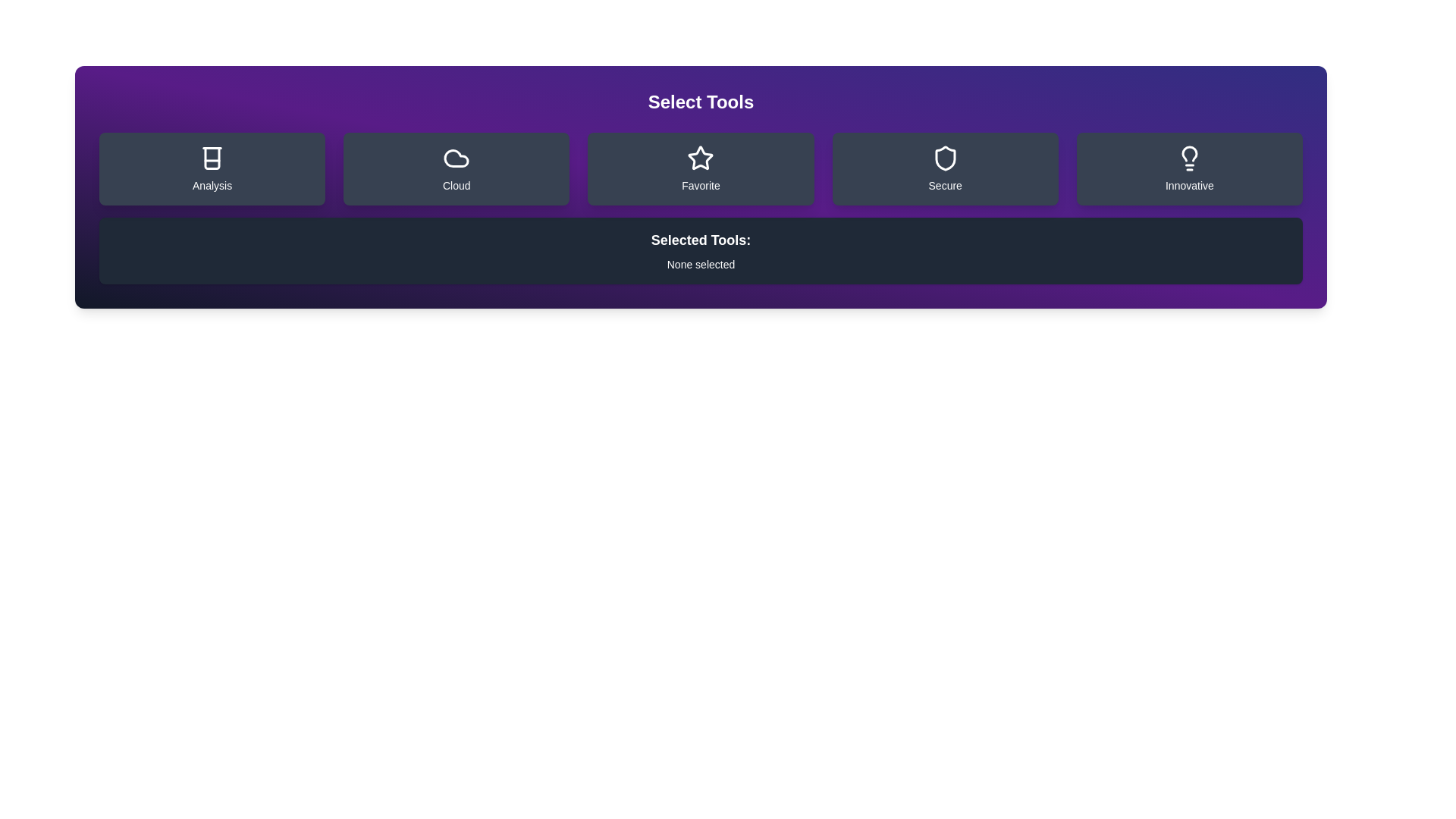 The width and height of the screenshot is (1456, 819). What do you see at coordinates (1188, 169) in the screenshot?
I see `the 'Innovative' button, which is the last button in the row of selectable options` at bounding box center [1188, 169].